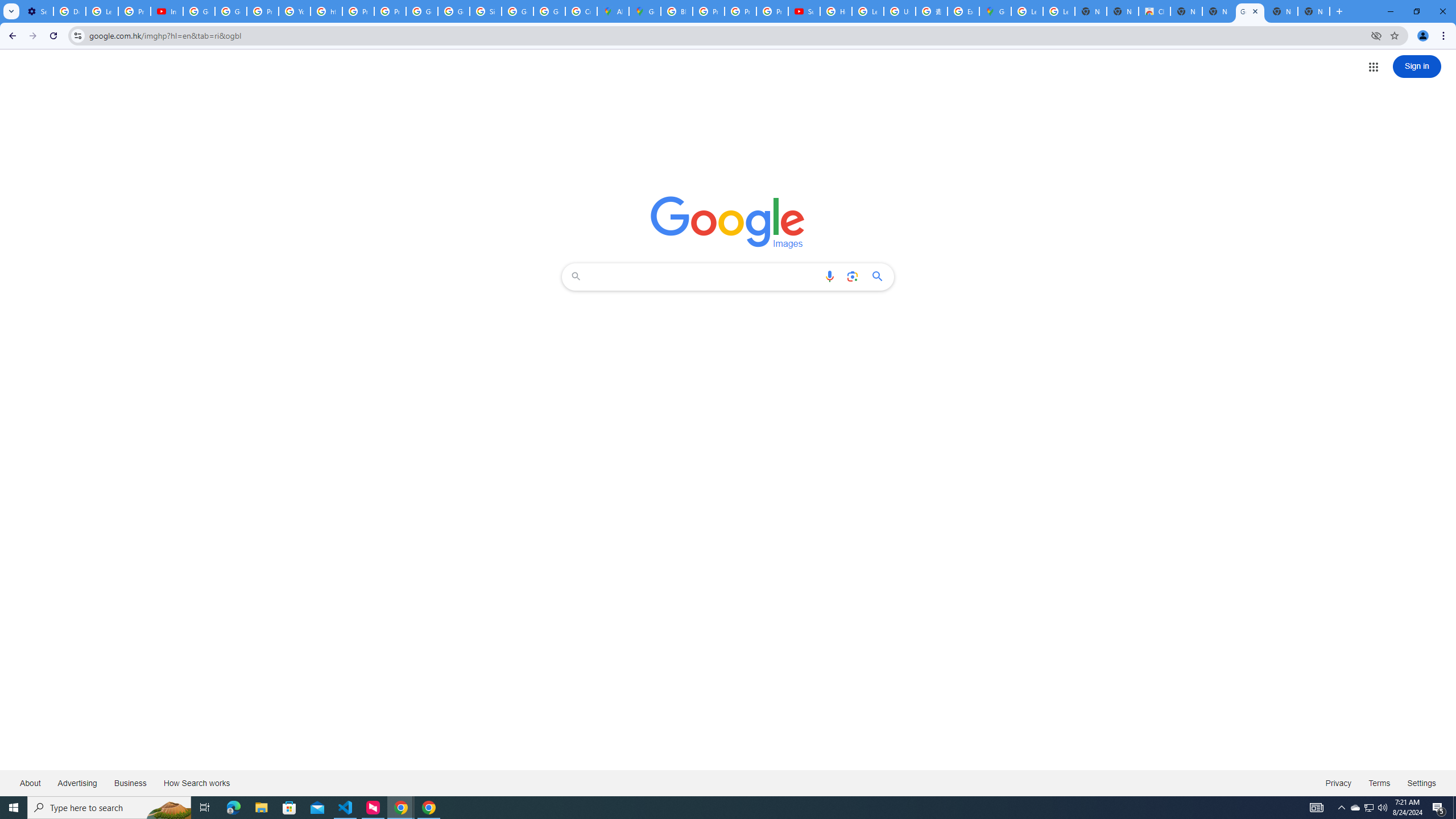 The height and width of the screenshot is (819, 1456). What do you see at coordinates (130, 782) in the screenshot?
I see `'Business'` at bounding box center [130, 782].